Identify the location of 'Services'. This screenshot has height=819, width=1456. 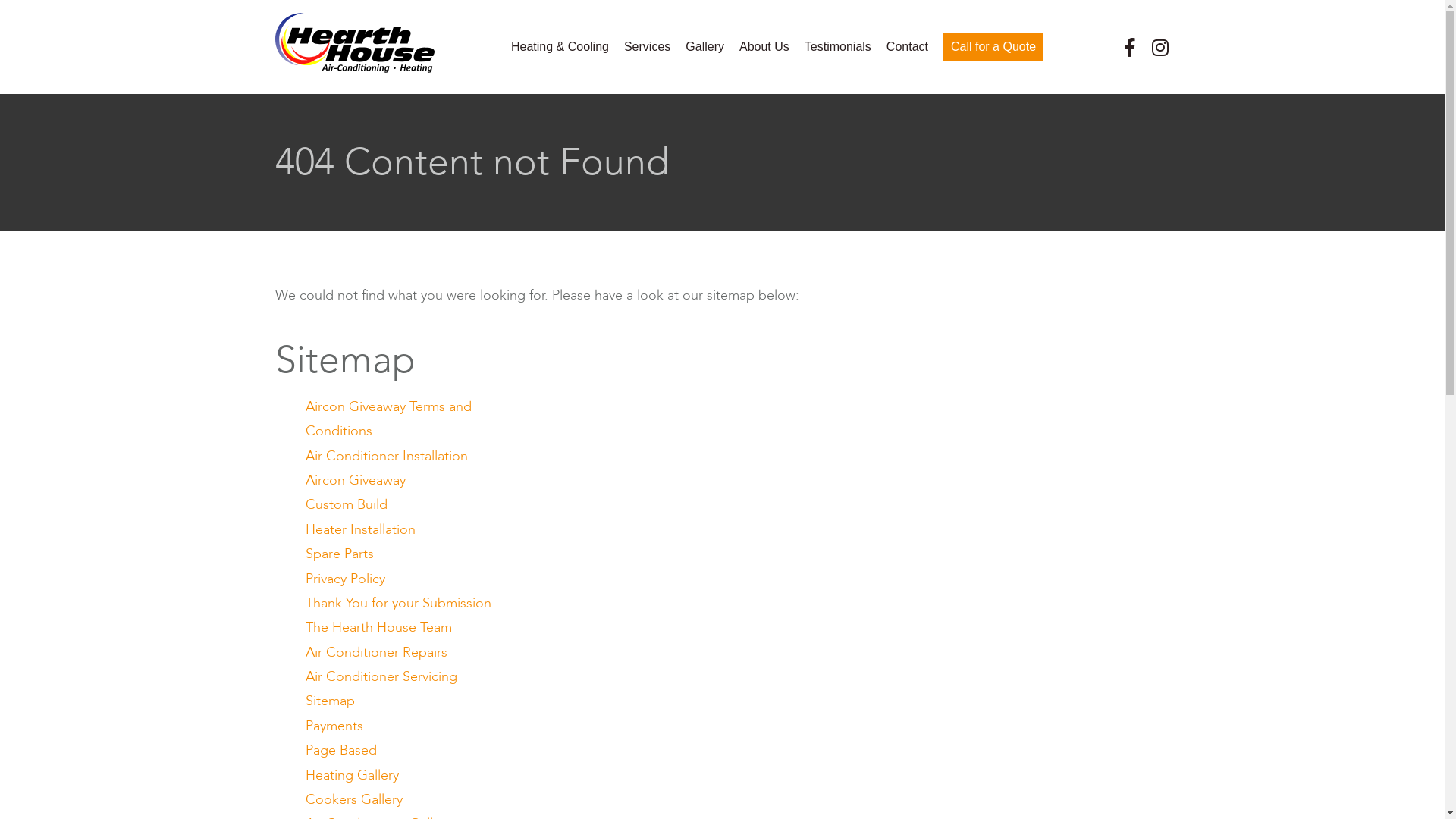
(647, 45).